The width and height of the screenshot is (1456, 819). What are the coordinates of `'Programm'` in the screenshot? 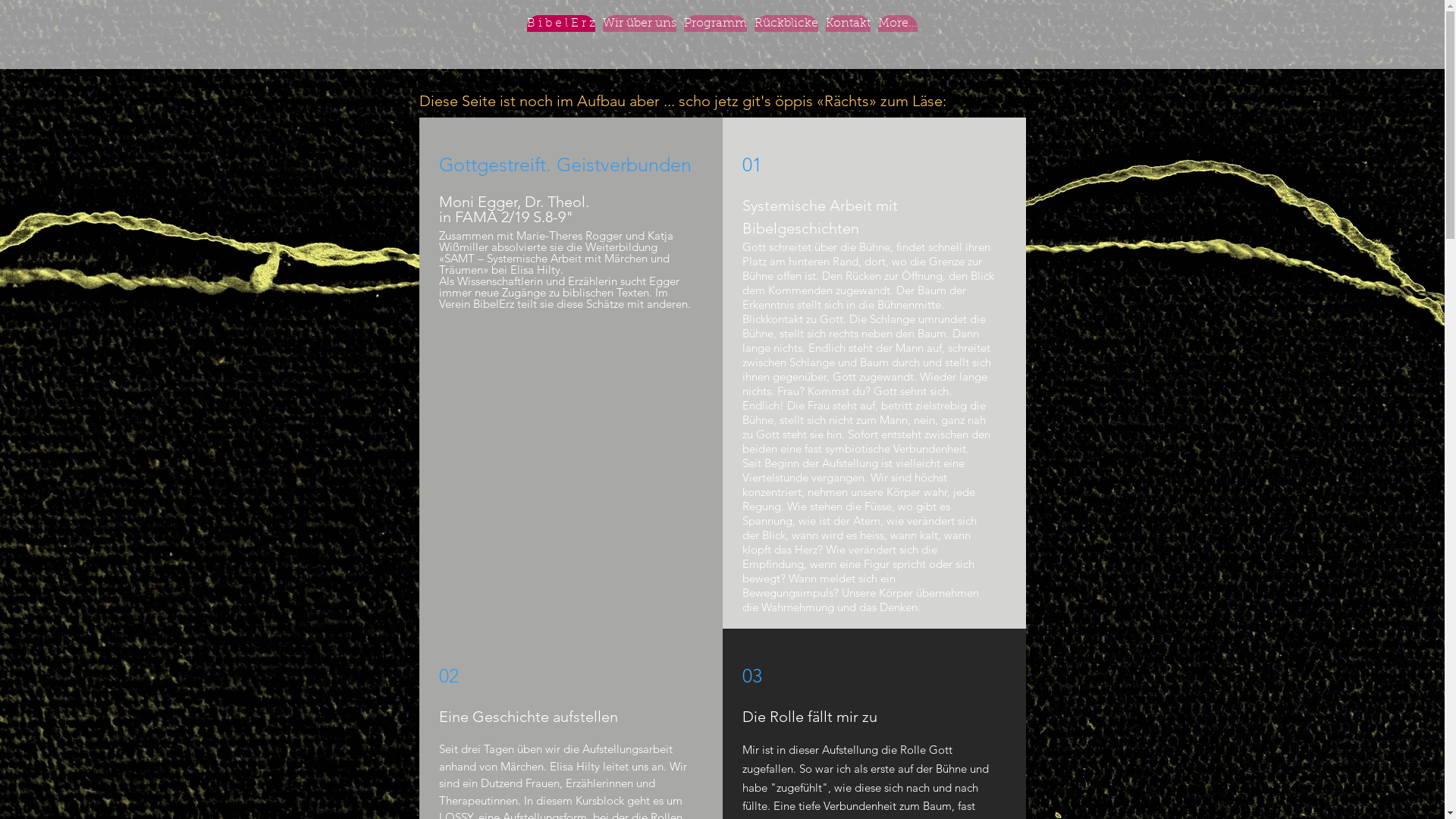 It's located at (683, 41).